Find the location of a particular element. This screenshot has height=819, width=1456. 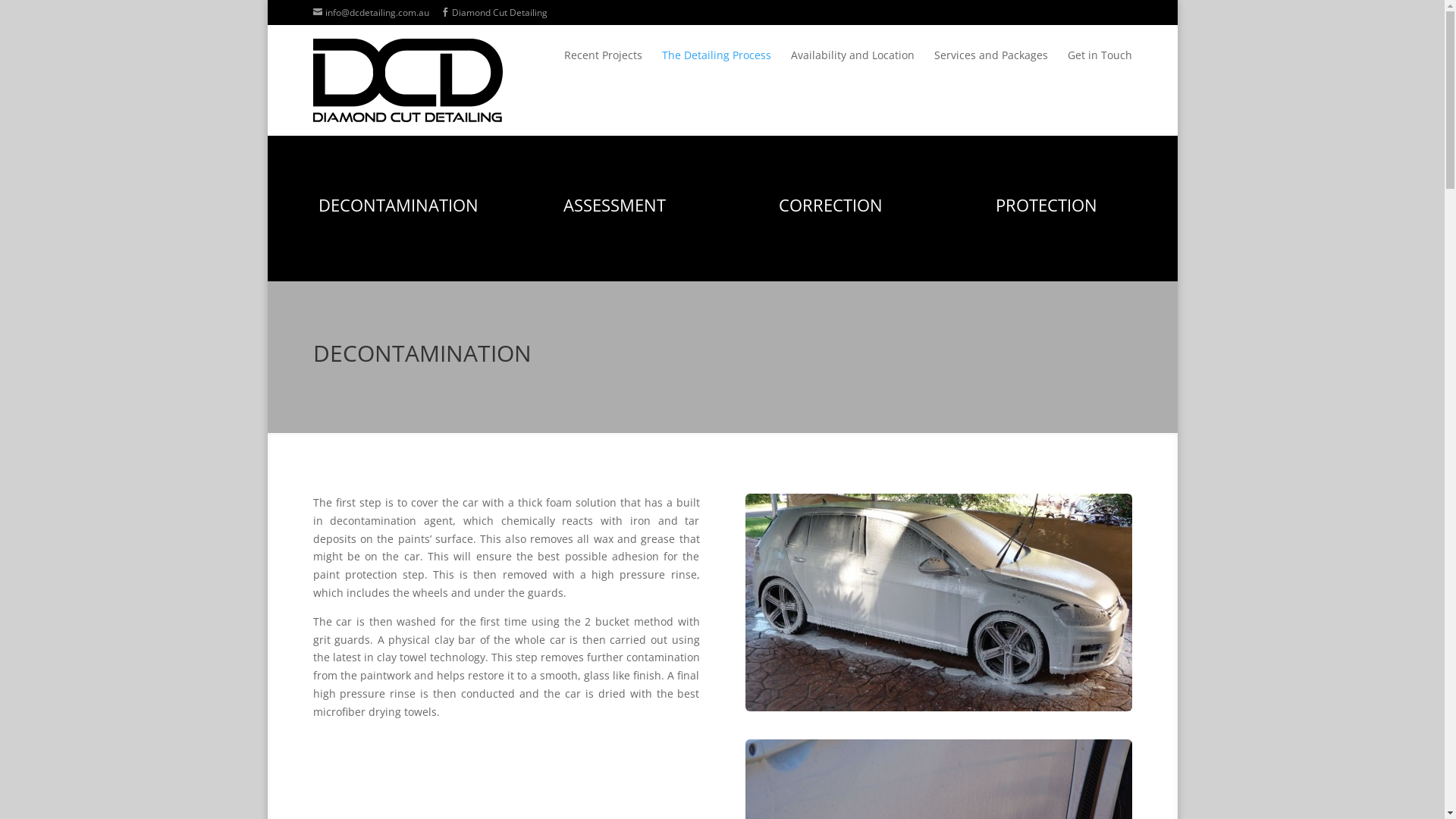

'Recent Projects' is located at coordinates (602, 65).